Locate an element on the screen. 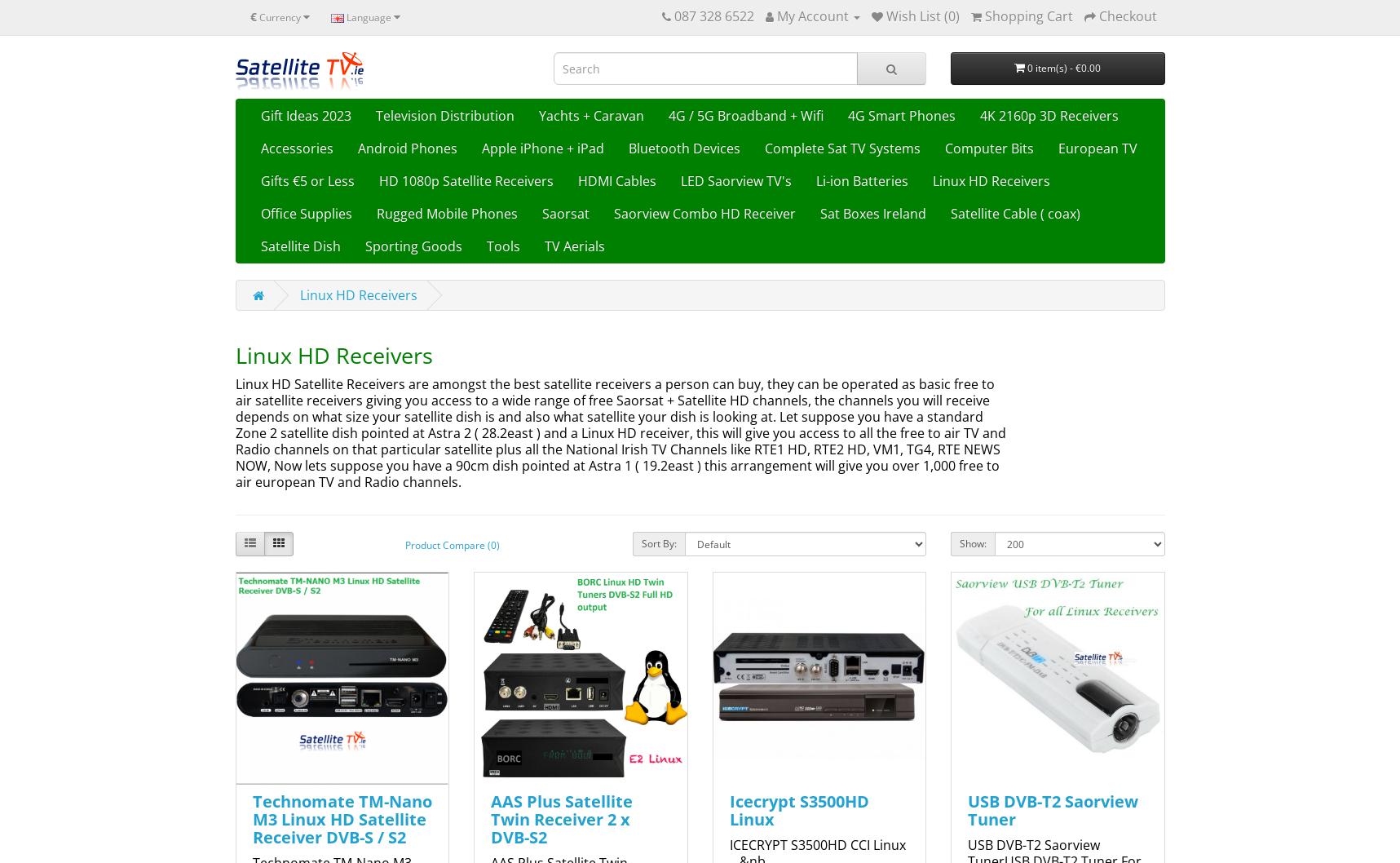  'Satellite Cable ( coax)' is located at coordinates (1014, 213).